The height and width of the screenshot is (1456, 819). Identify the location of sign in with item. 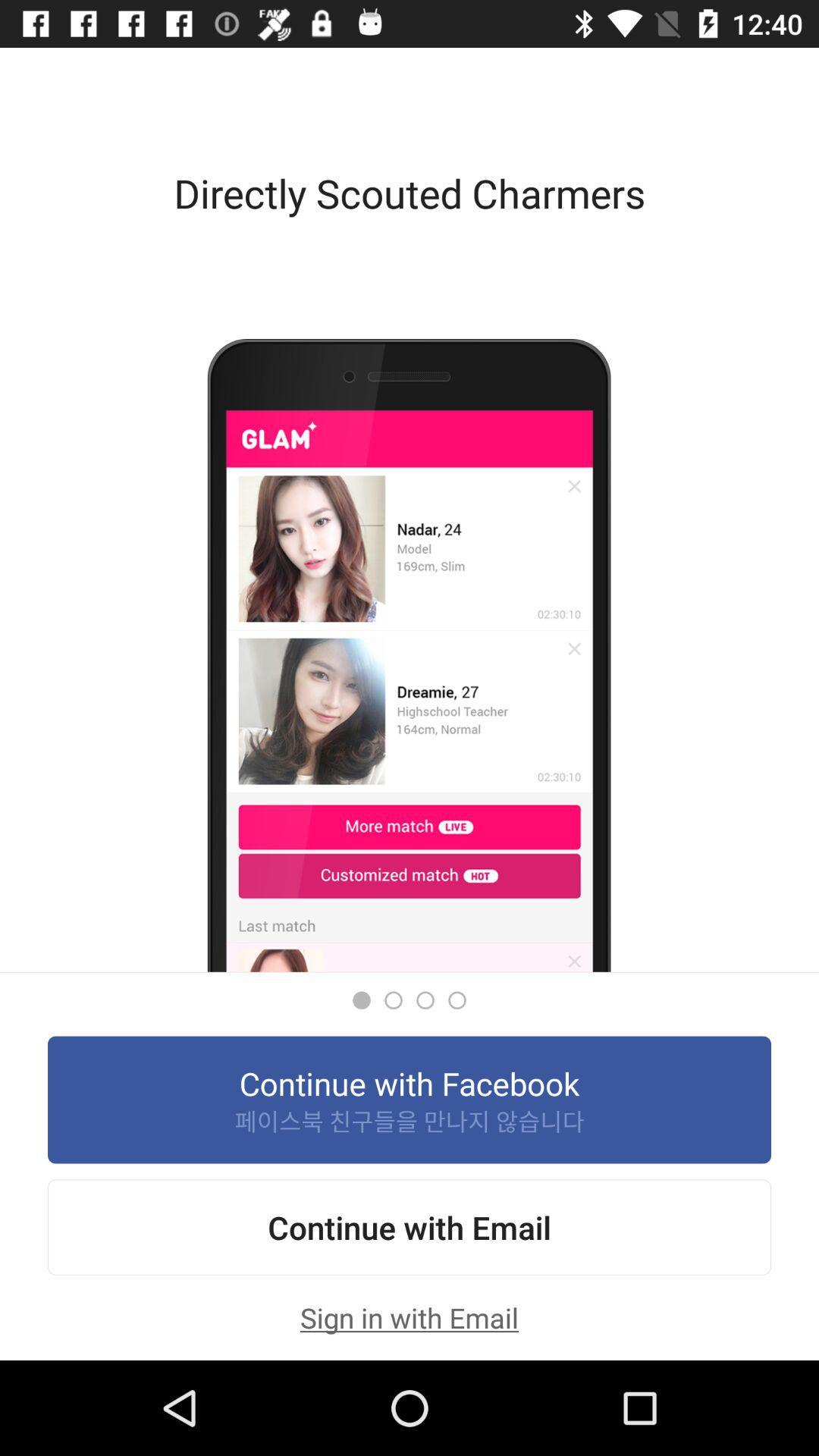
(409, 1316).